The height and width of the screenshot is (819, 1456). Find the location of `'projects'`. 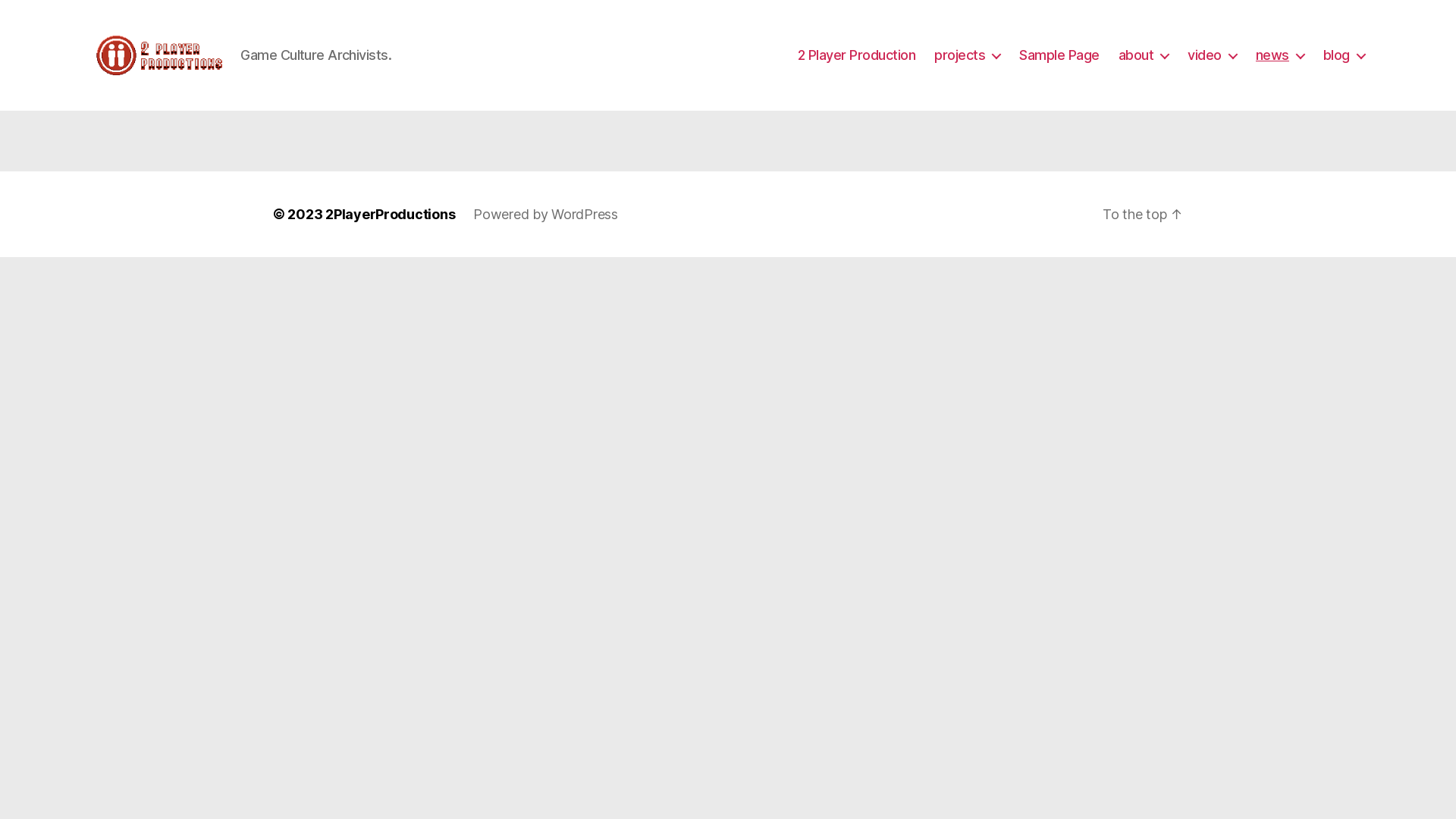

'projects' is located at coordinates (966, 55).